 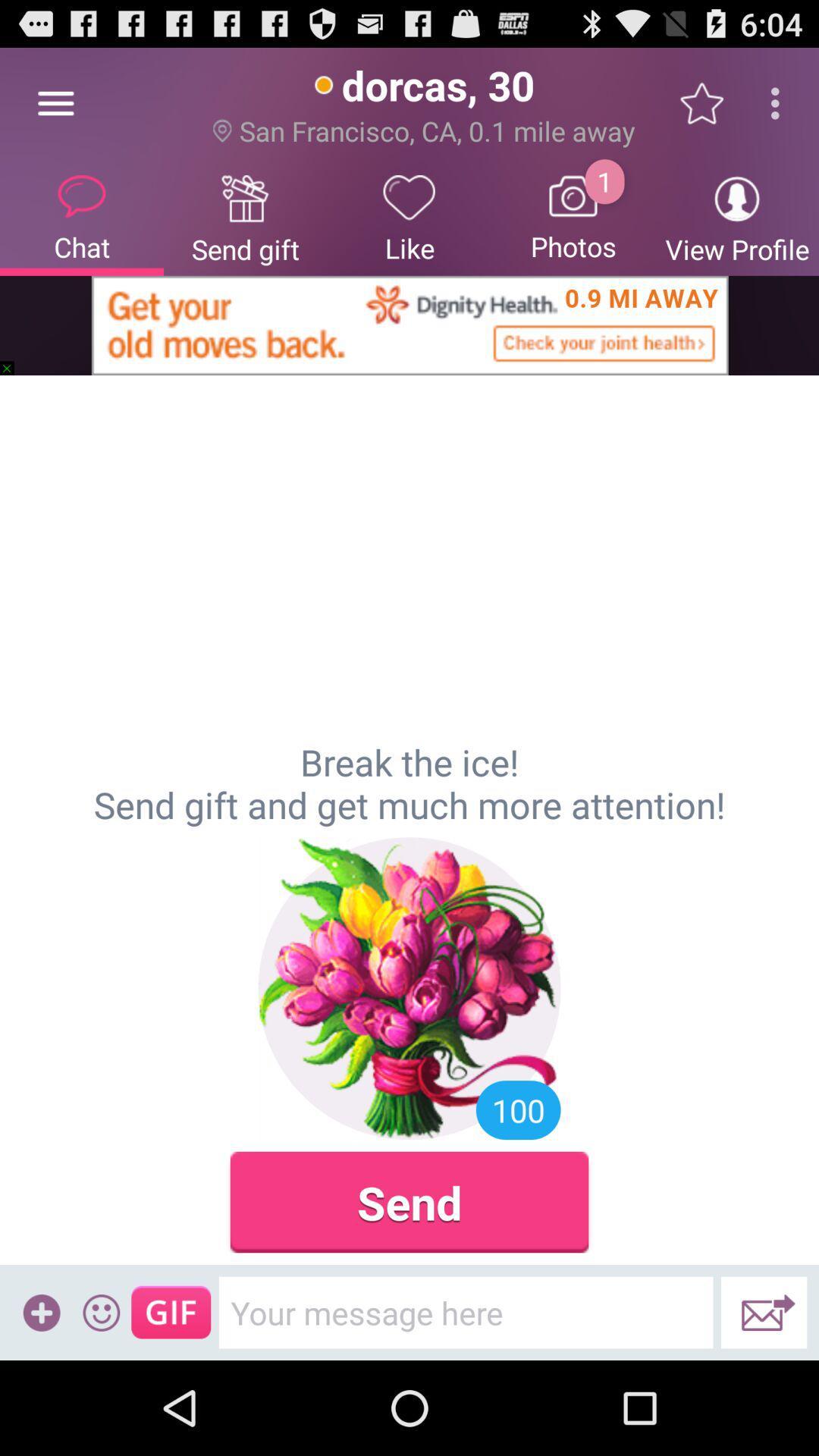 What do you see at coordinates (41, 1404) in the screenshot?
I see `the add icon` at bounding box center [41, 1404].